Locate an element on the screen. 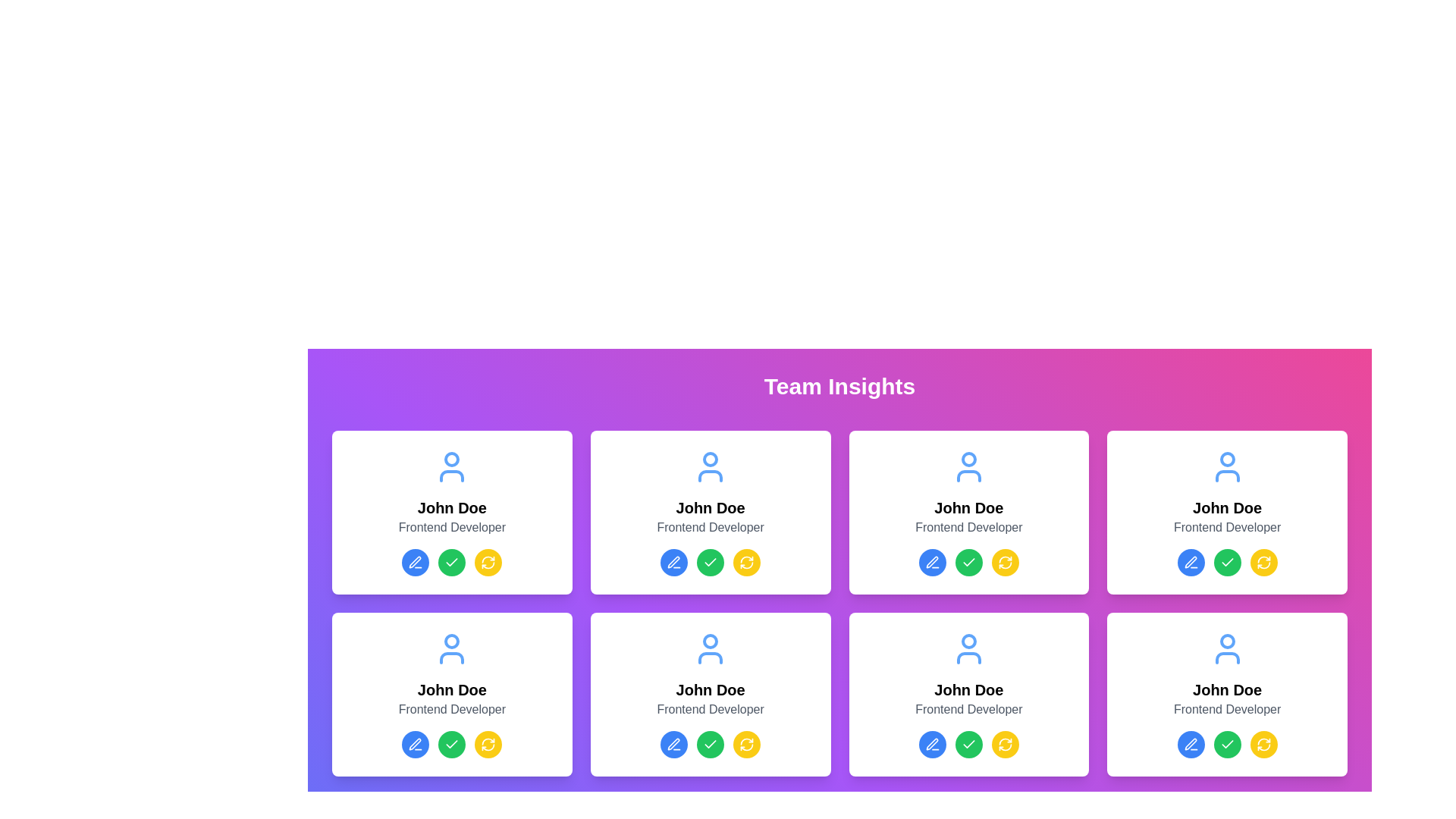 The width and height of the screenshot is (1456, 819). the refresh icon located in the bottom right corner of the card elements is located at coordinates (1263, 565).